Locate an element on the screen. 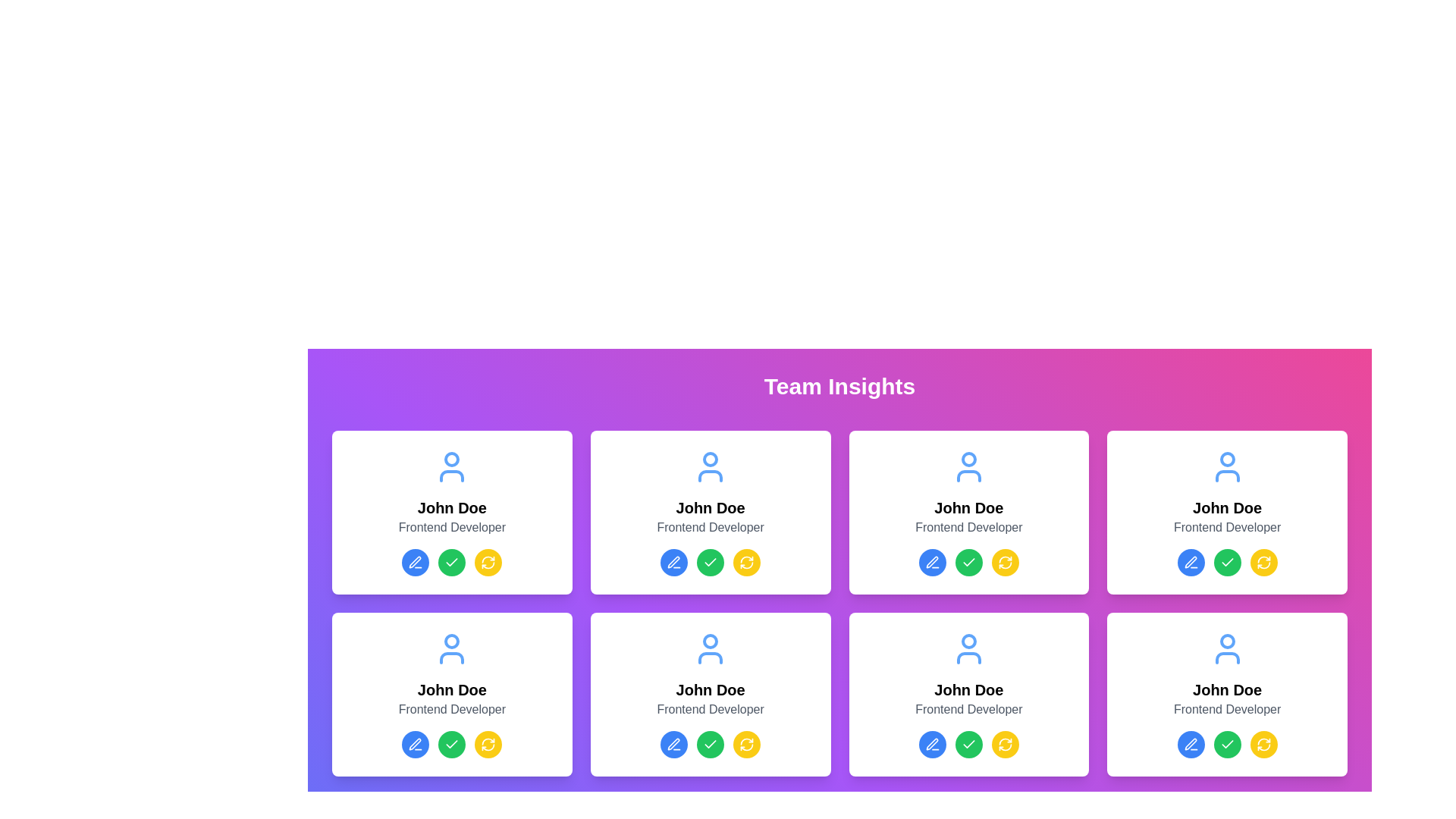 The width and height of the screenshot is (1456, 819). the refresh icon located in the bottom right corner of the card elements is located at coordinates (1263, 565).